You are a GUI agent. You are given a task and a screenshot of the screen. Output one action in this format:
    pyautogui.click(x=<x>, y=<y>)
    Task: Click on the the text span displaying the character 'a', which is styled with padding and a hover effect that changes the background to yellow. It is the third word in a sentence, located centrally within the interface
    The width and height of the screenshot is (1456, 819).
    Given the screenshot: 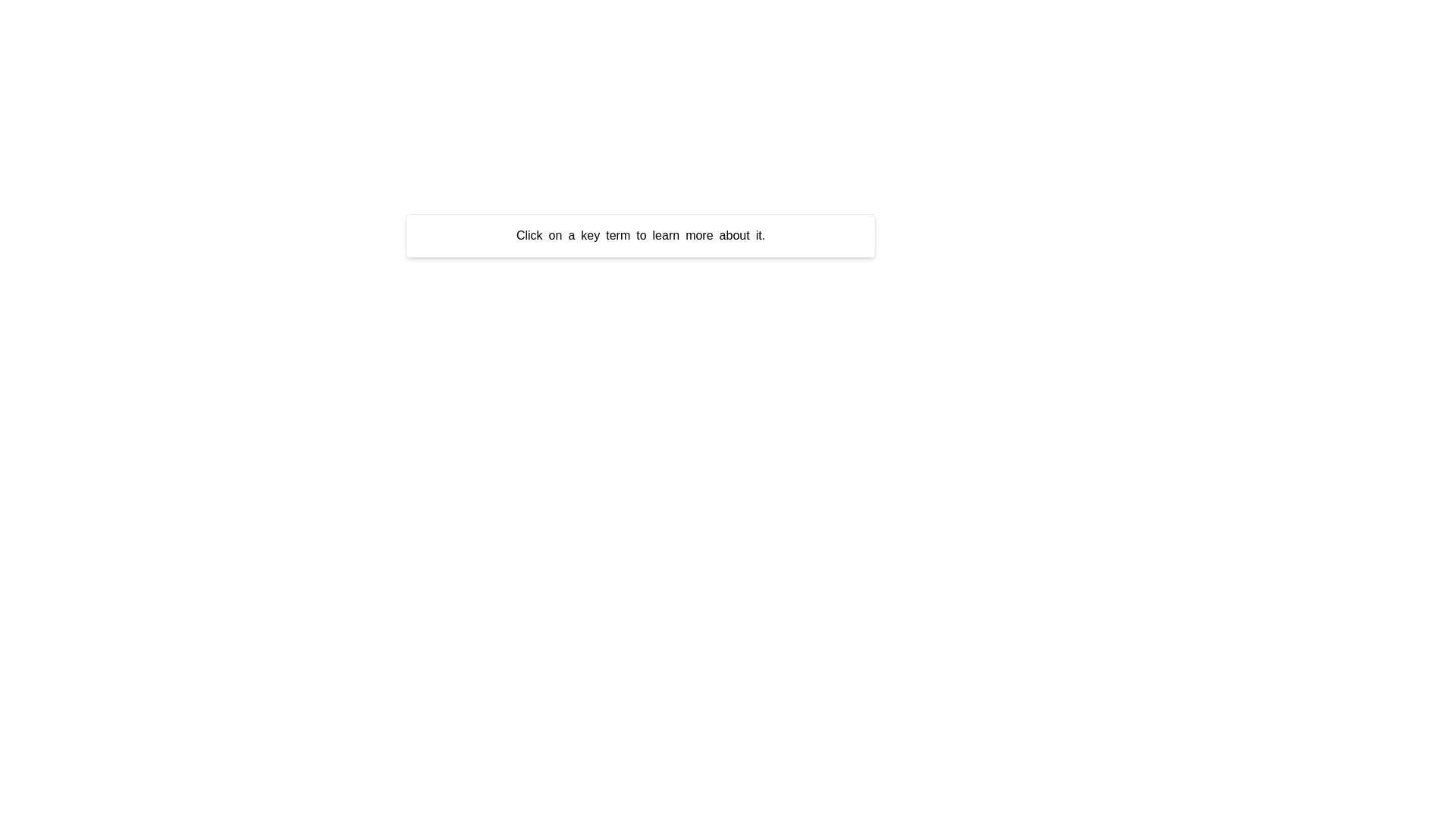 What is the action you would take?
    pyautogui.click(x=570, y=235)
    